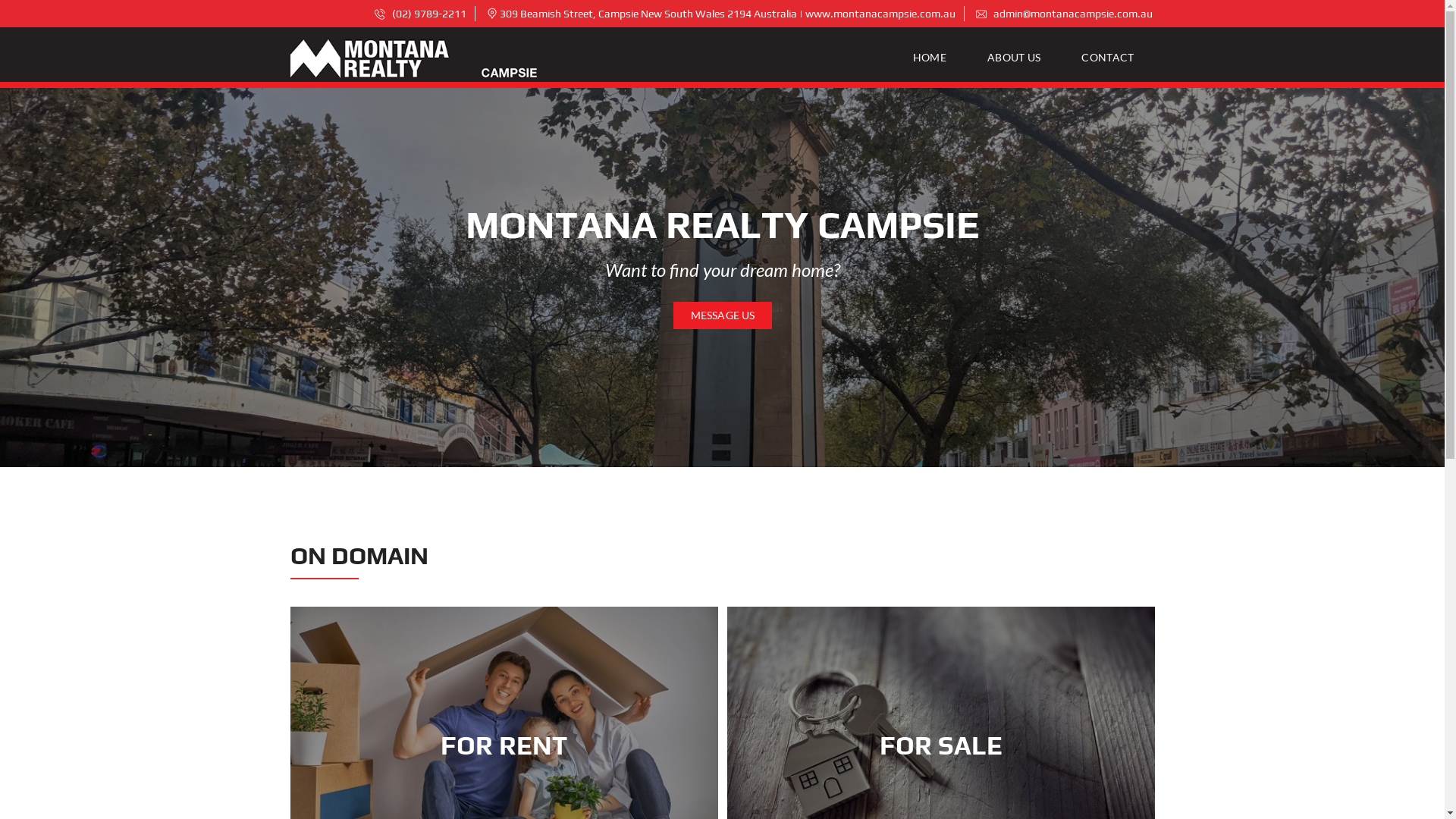  I want to click on 'HOME', so click(935, 57).